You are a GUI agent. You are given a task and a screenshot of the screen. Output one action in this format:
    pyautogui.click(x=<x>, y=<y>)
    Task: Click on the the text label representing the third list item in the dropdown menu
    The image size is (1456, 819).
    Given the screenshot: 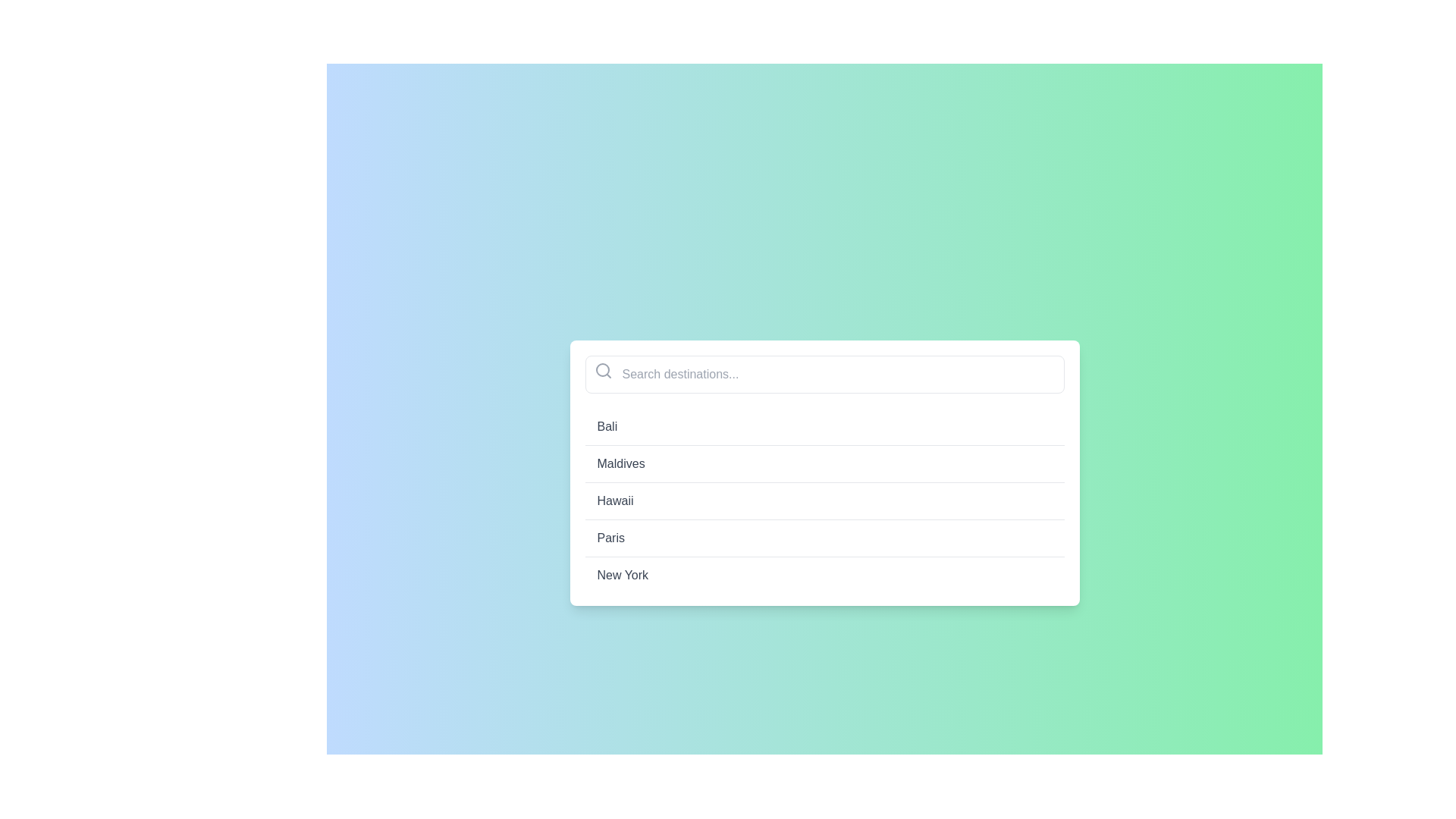 What is the action you would take?
    pyautogui.click(x=615, y=500)
    